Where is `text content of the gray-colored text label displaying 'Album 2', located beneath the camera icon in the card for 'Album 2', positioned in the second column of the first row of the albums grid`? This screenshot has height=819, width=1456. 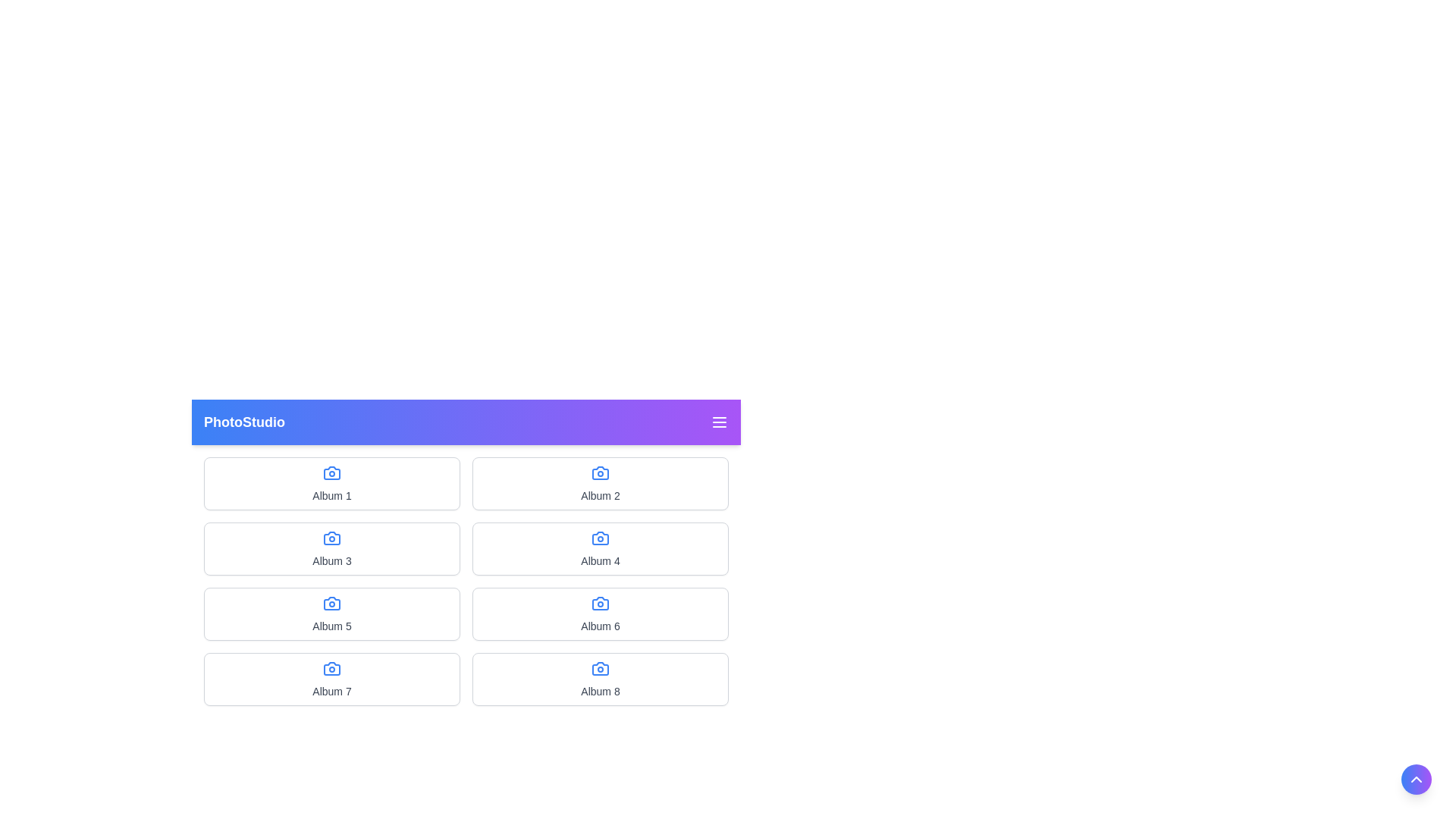 text content of the gray-colored text label displaying 'Album 2', located beneath the camera icon in the card for 'Album 2', positioned in the second column of the first row of the albums grid is located at coordinates (600, 496).